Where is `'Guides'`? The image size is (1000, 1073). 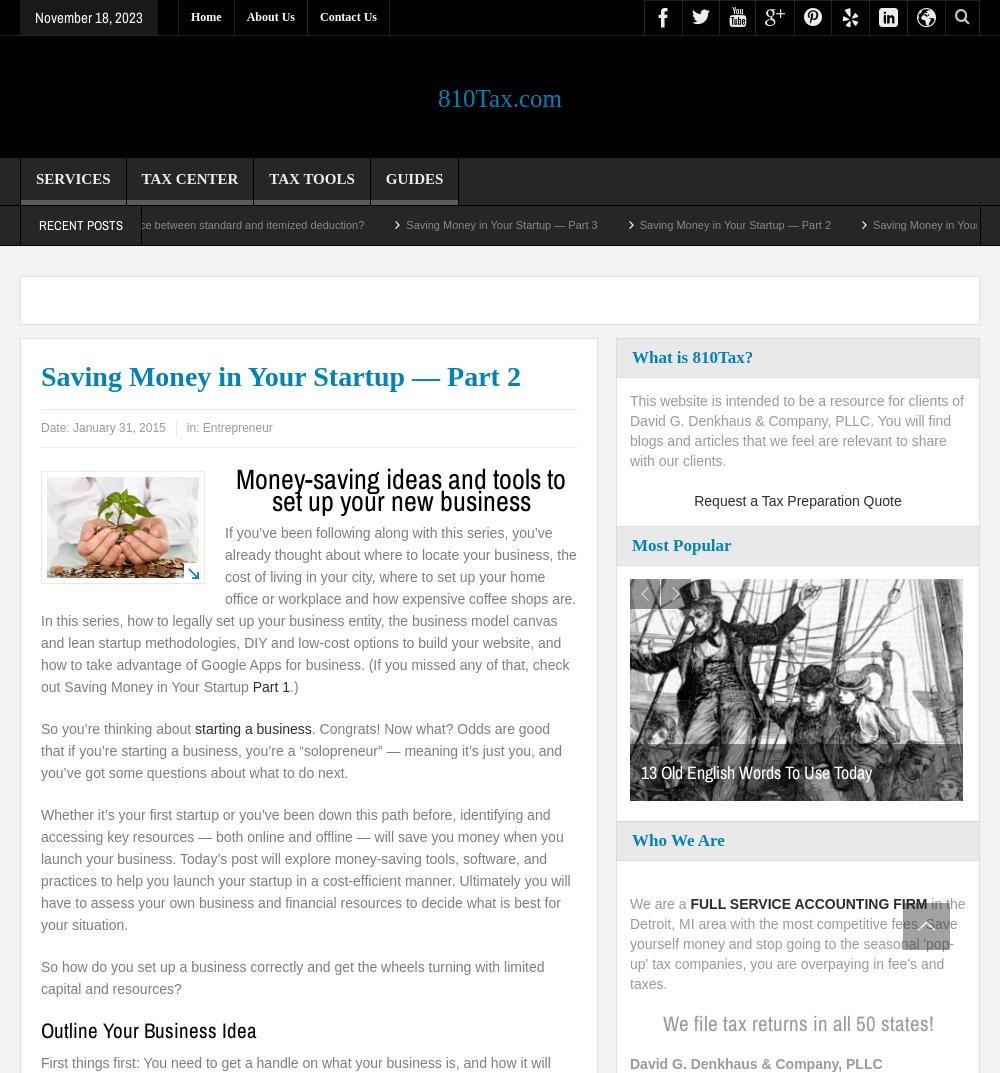 'Guides' is located at coordinates (385, 177).